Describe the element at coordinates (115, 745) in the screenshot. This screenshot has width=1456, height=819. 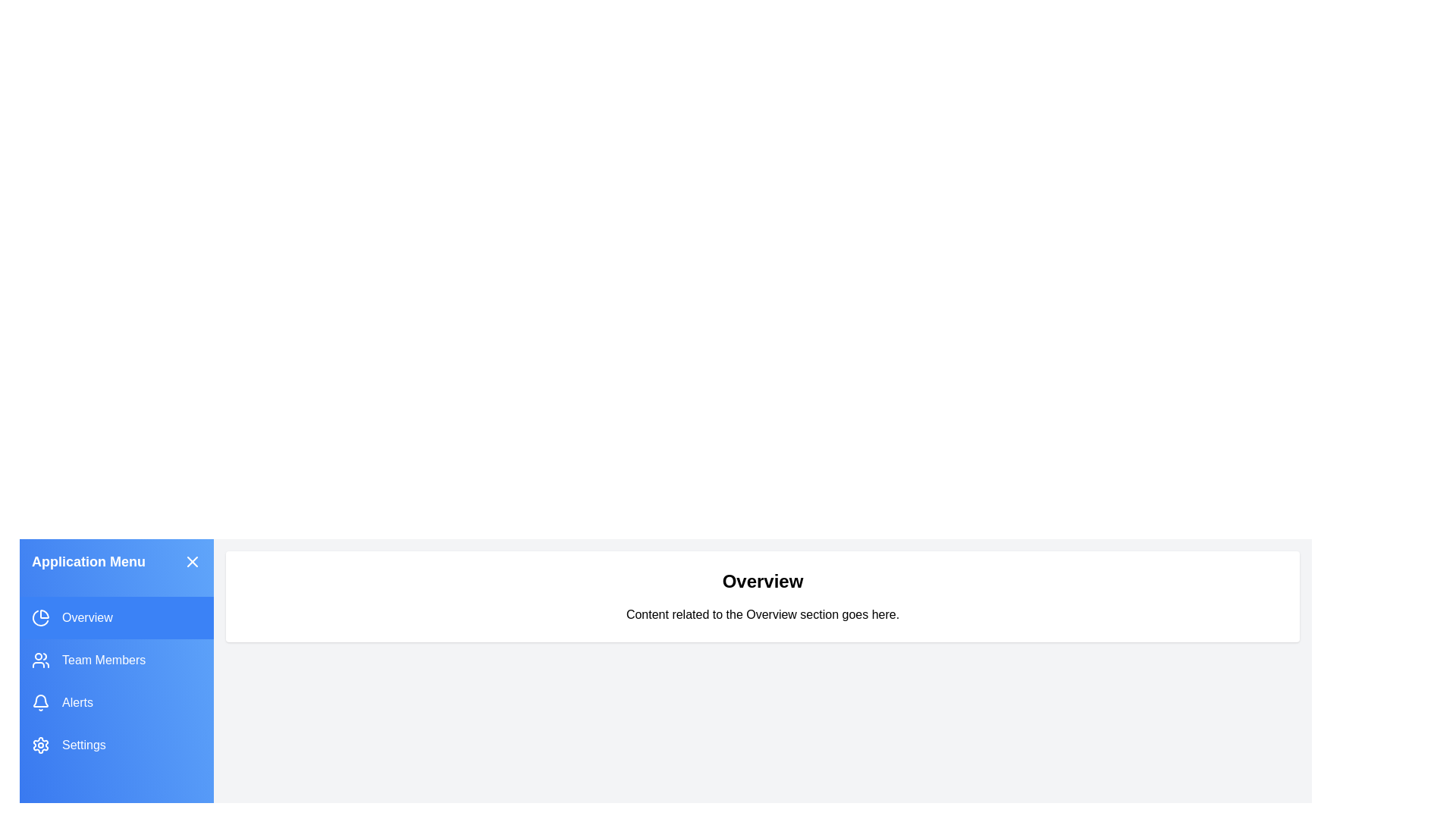
I see `the menu section Settings by clicking on it` at that location.